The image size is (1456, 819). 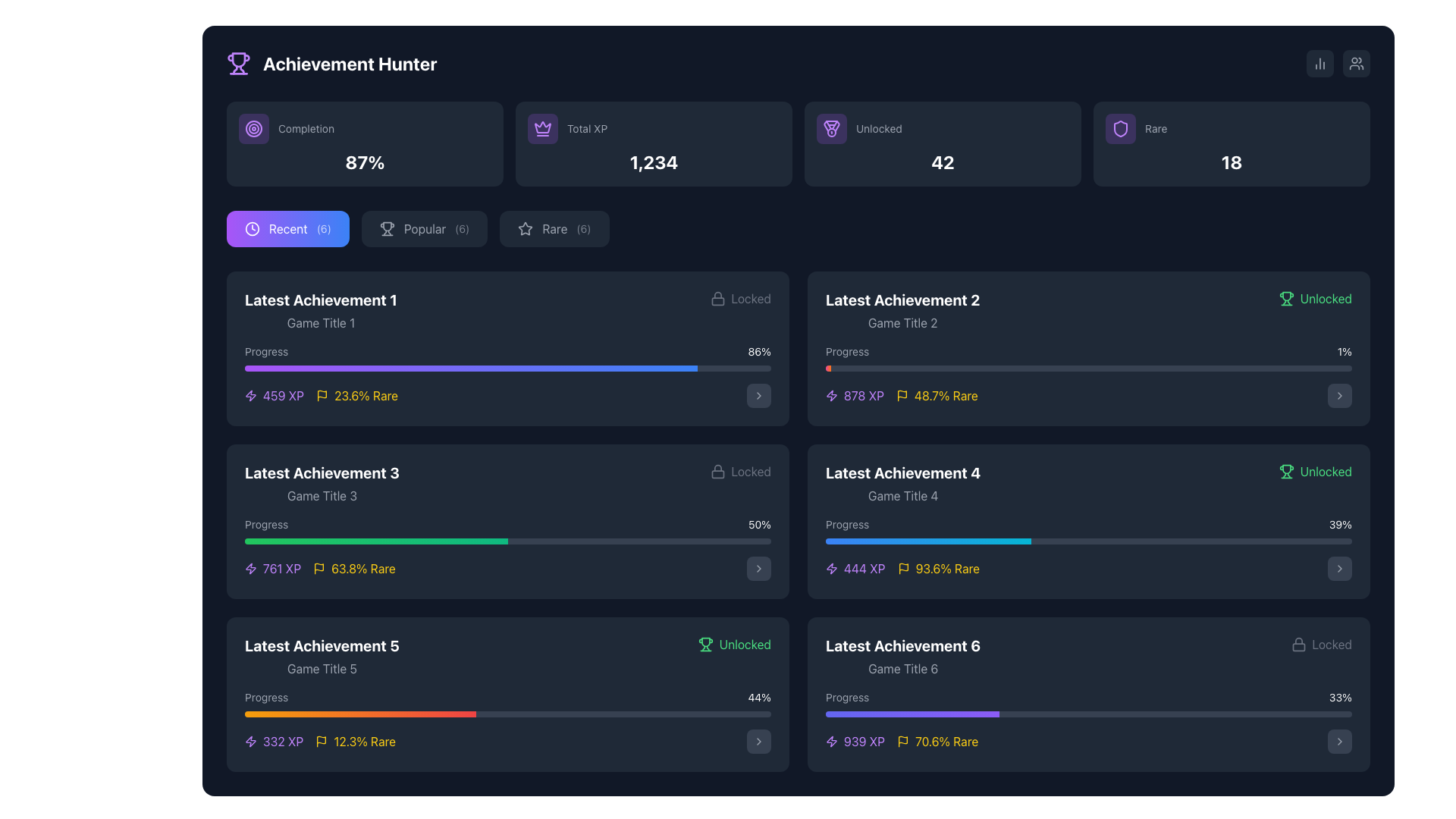 What do you see at coordinates (322, 394) in the screenshot?
I see `visual information from the flag icon, which is styled with thin, sharp outlines and indicates achievements or progression data` at bounding box center [322, 394].